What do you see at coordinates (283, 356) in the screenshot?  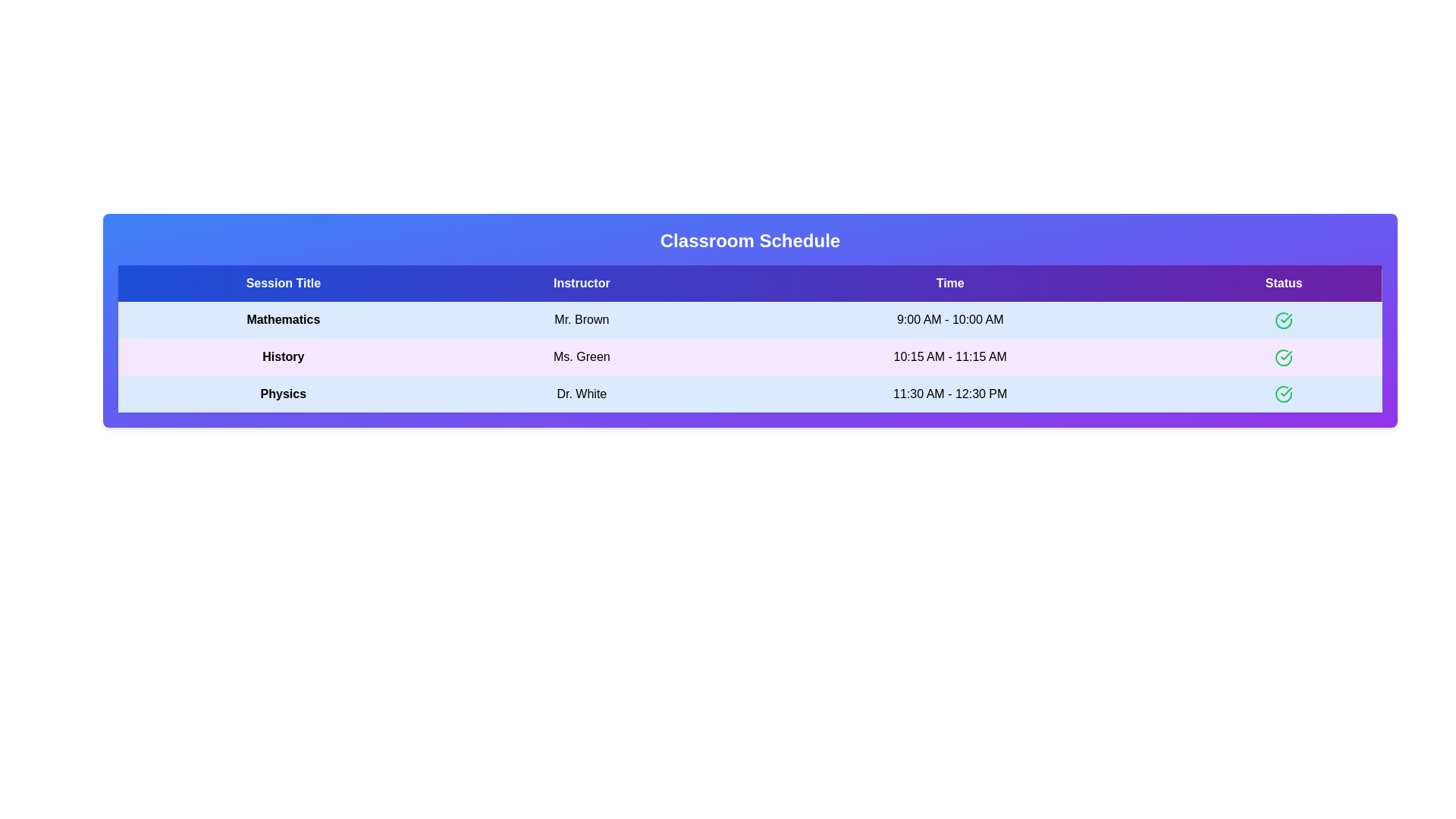 I see `the text element History to select or copy its content` at bounding box center [283, 356].